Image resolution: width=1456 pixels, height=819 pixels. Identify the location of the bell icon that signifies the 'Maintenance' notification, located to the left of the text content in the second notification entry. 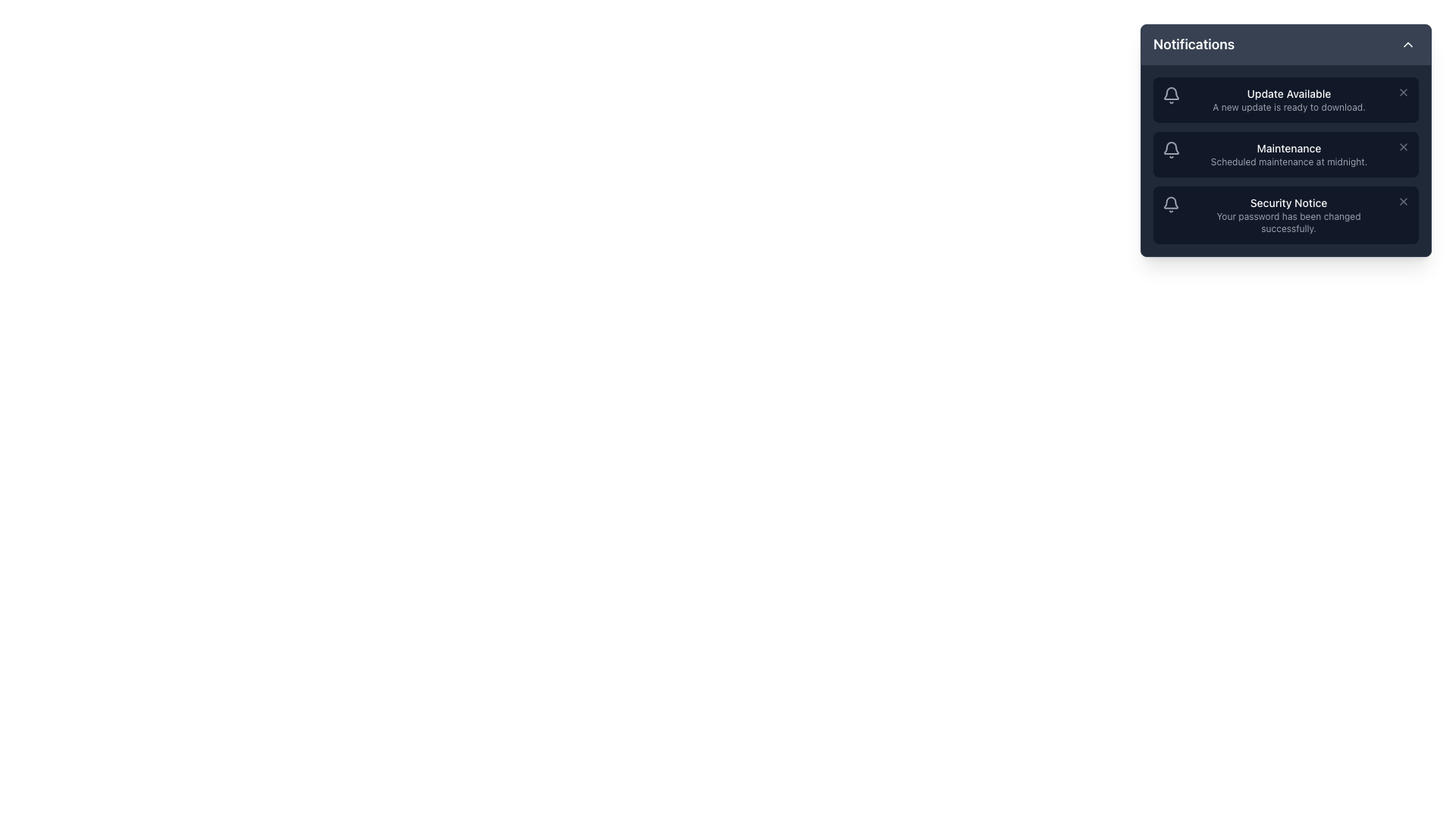
(1171, 149).